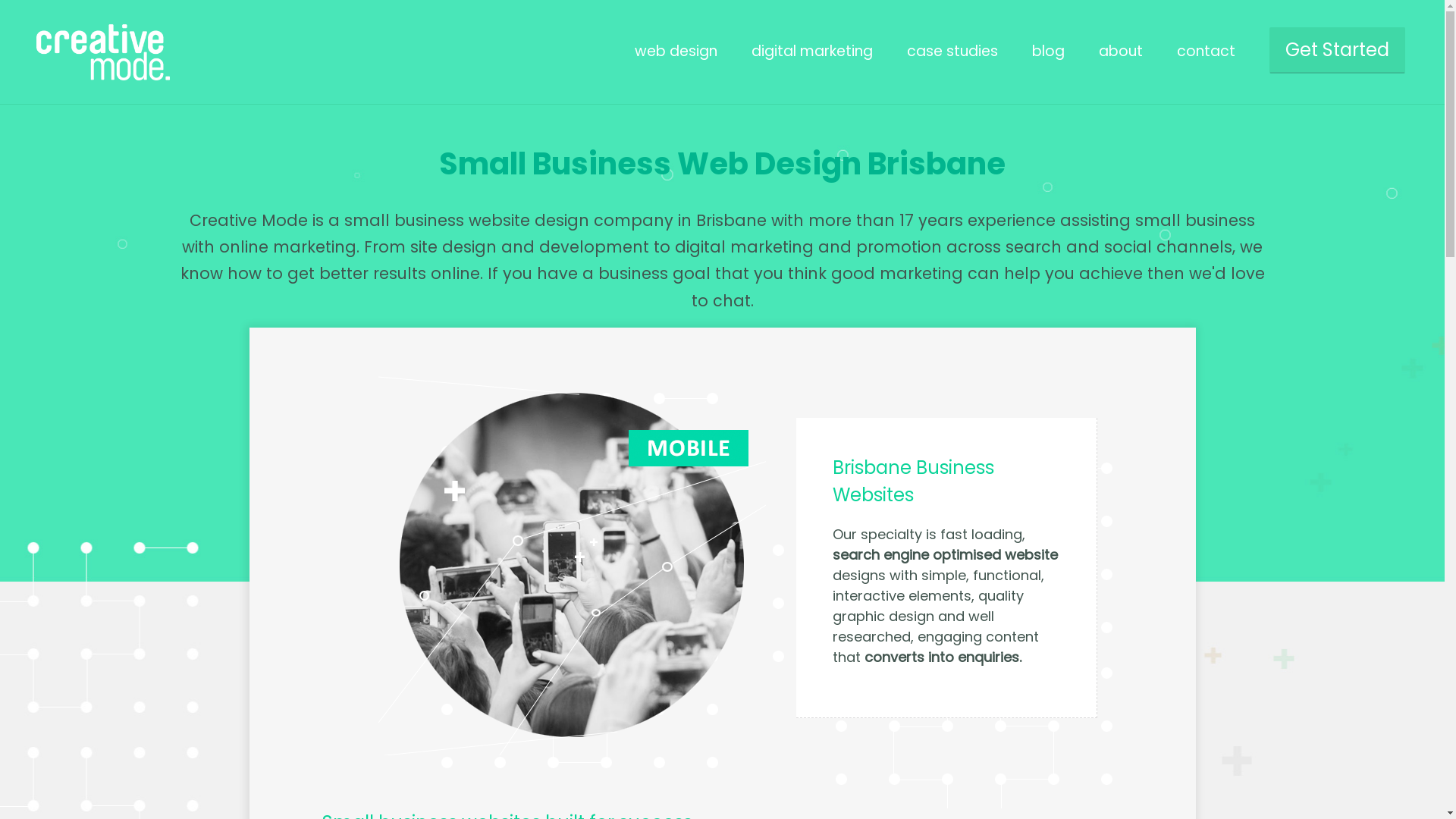  Describe the element at coordinates (1205, 50) in the screenshot. I see `'contact'` at that location.